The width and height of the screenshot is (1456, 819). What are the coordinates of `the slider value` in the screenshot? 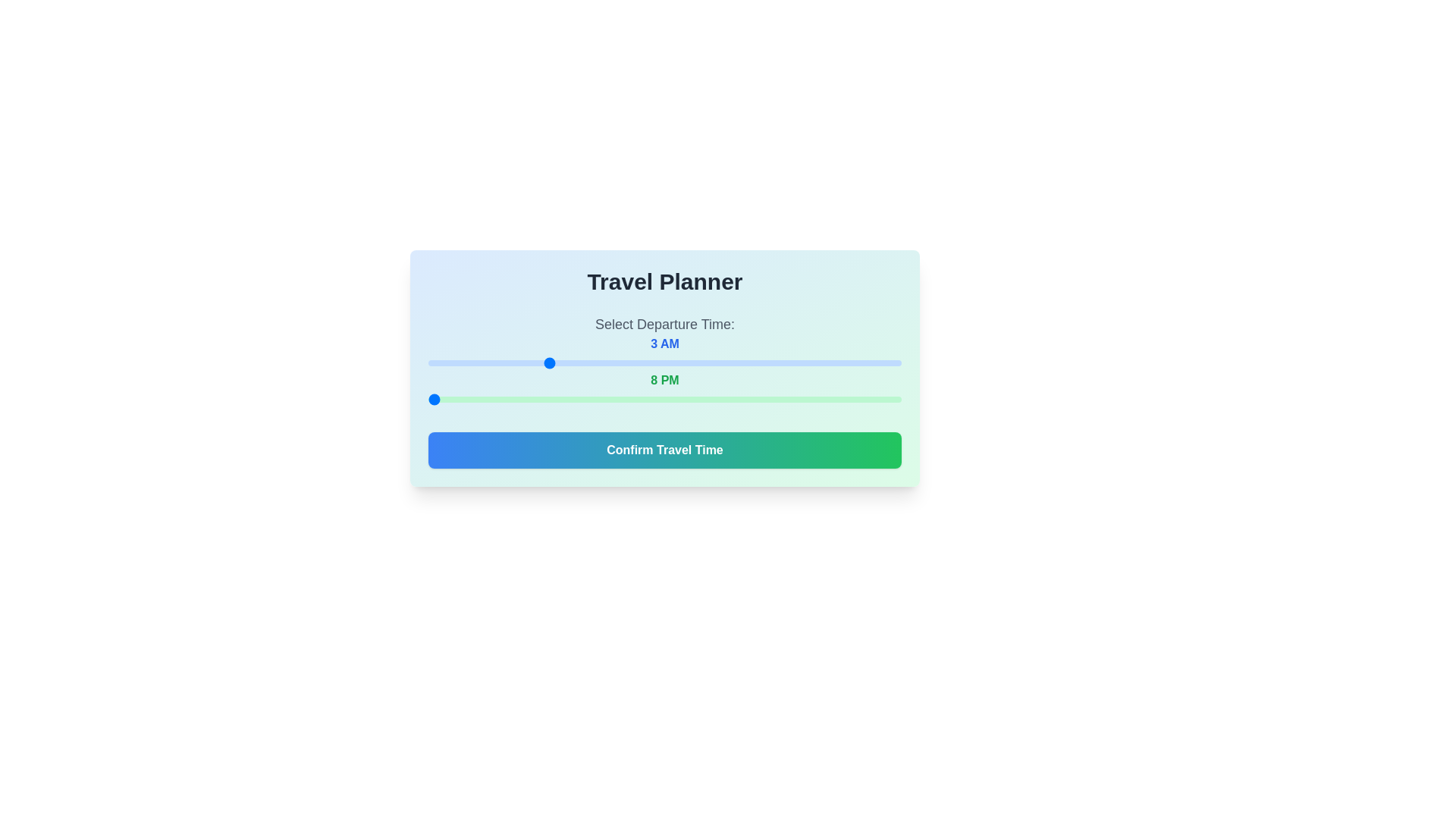 It's located at (665, 399).